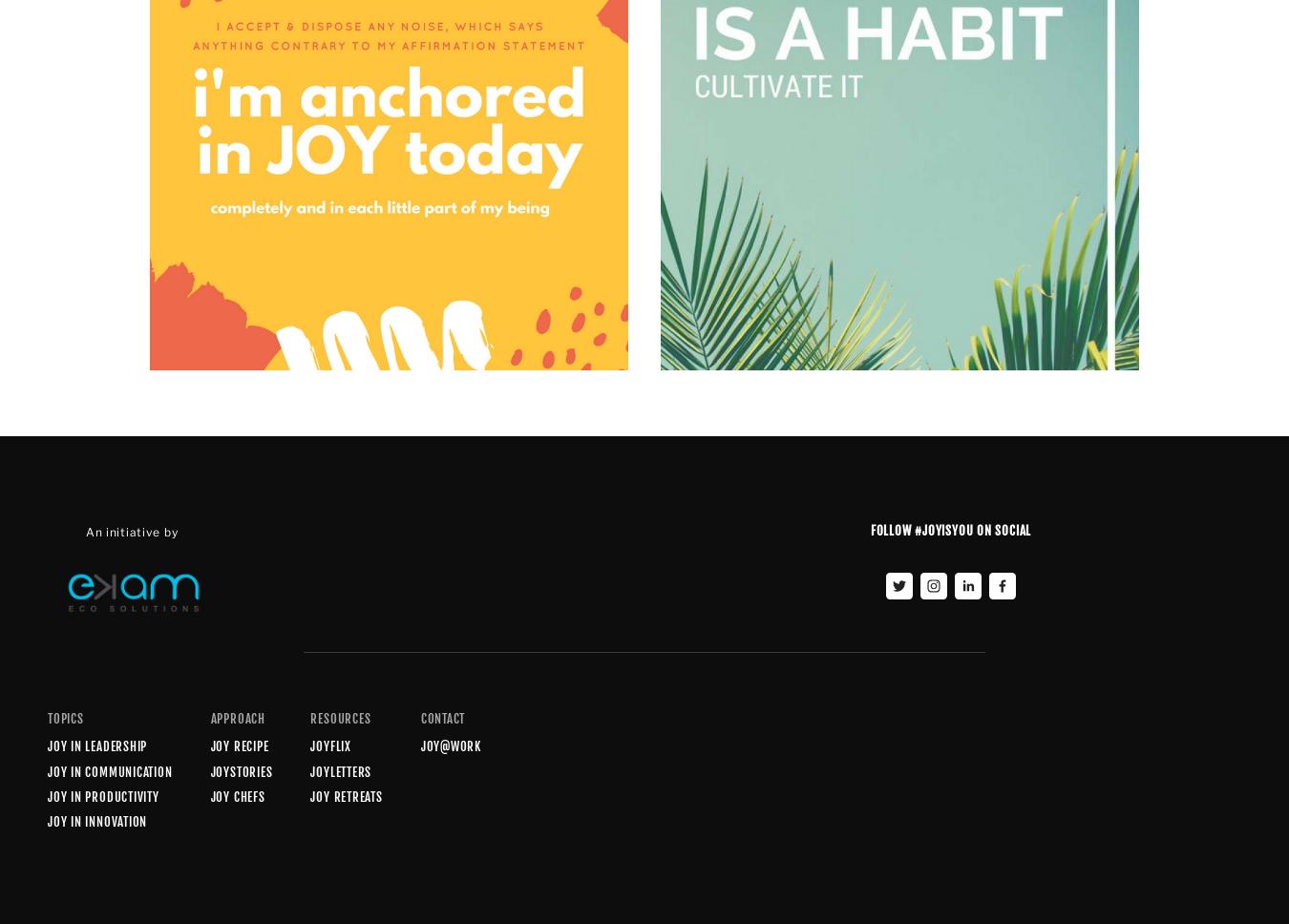  I want to click on 'An initiative by', so click(133, 531).